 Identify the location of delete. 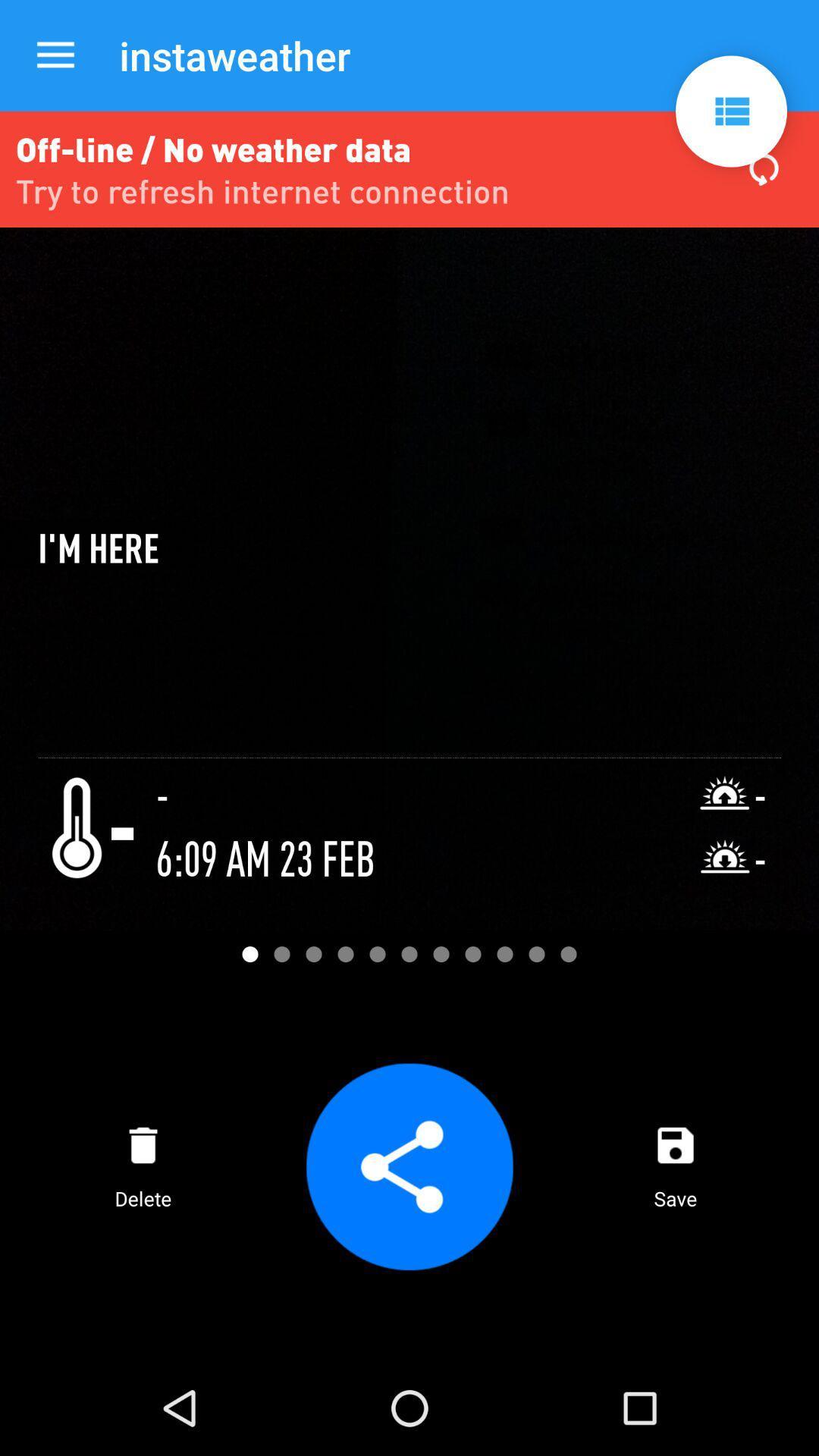
(143, 1166).